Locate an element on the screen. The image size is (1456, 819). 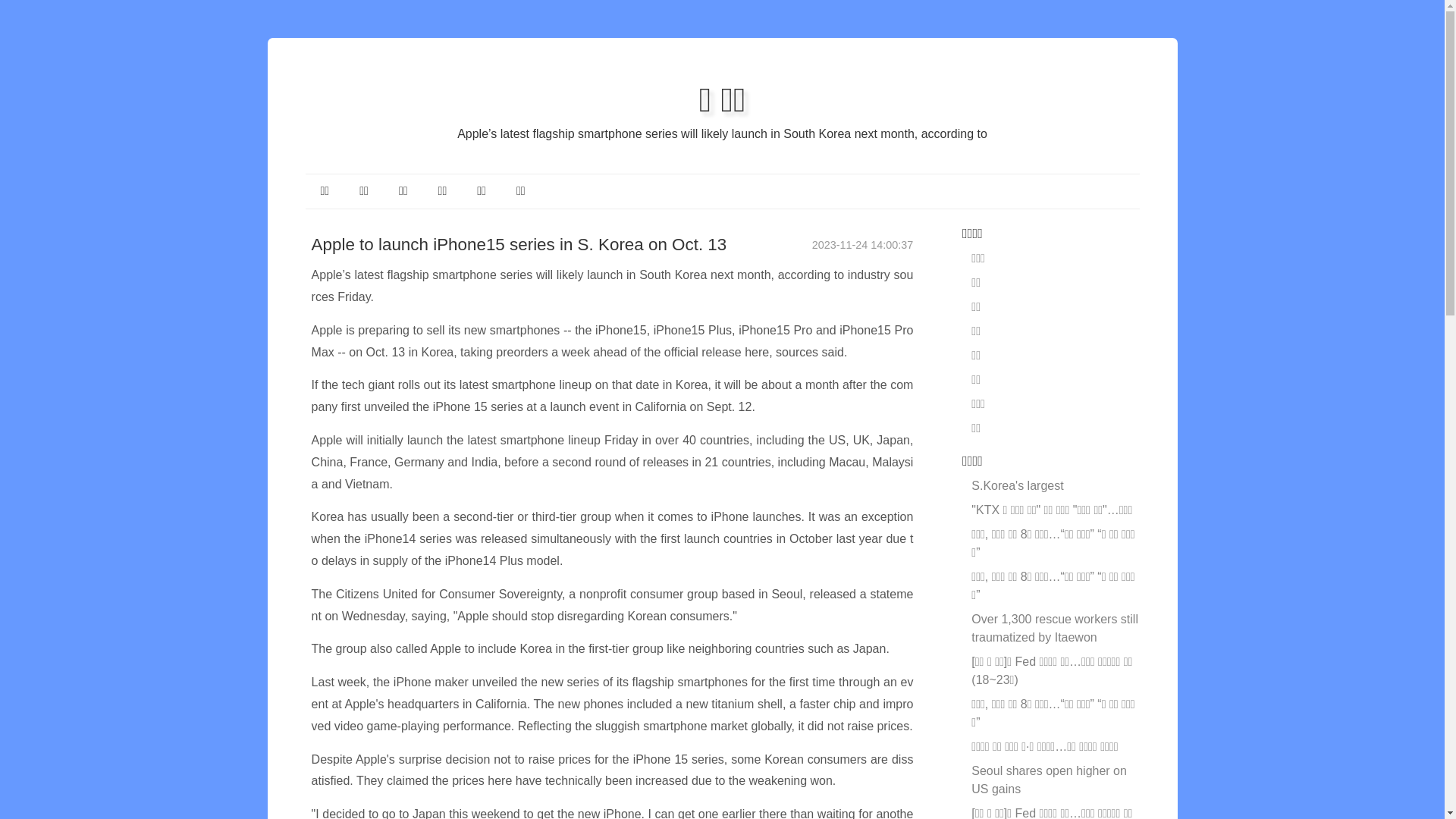
'S.Korea's largest' is located at coordinates (1017, 485).